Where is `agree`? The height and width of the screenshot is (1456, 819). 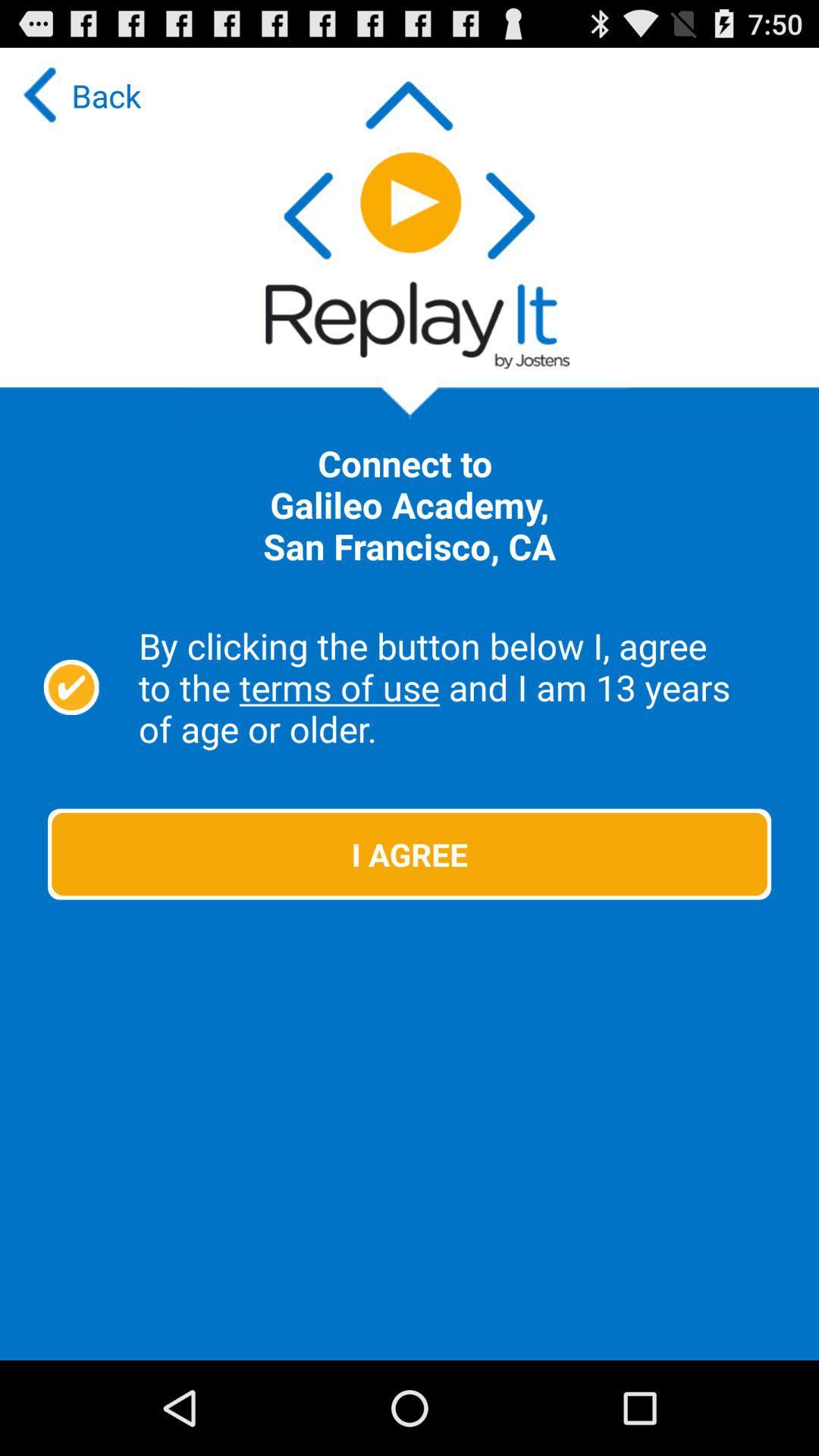 agree is located at coordinates (71, 686).